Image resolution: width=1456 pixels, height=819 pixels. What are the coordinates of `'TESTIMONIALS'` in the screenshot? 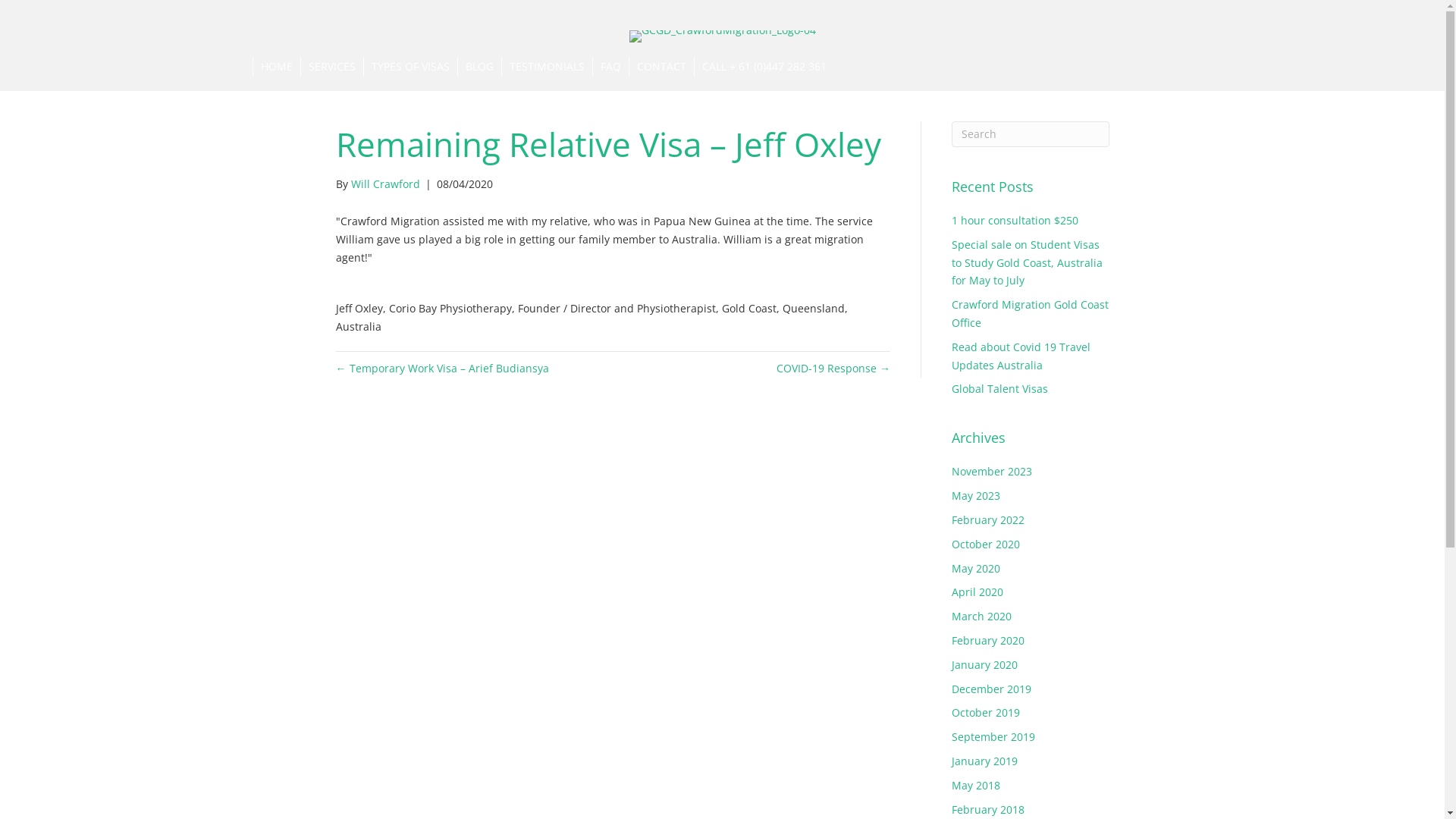 It's located at (546, 66).